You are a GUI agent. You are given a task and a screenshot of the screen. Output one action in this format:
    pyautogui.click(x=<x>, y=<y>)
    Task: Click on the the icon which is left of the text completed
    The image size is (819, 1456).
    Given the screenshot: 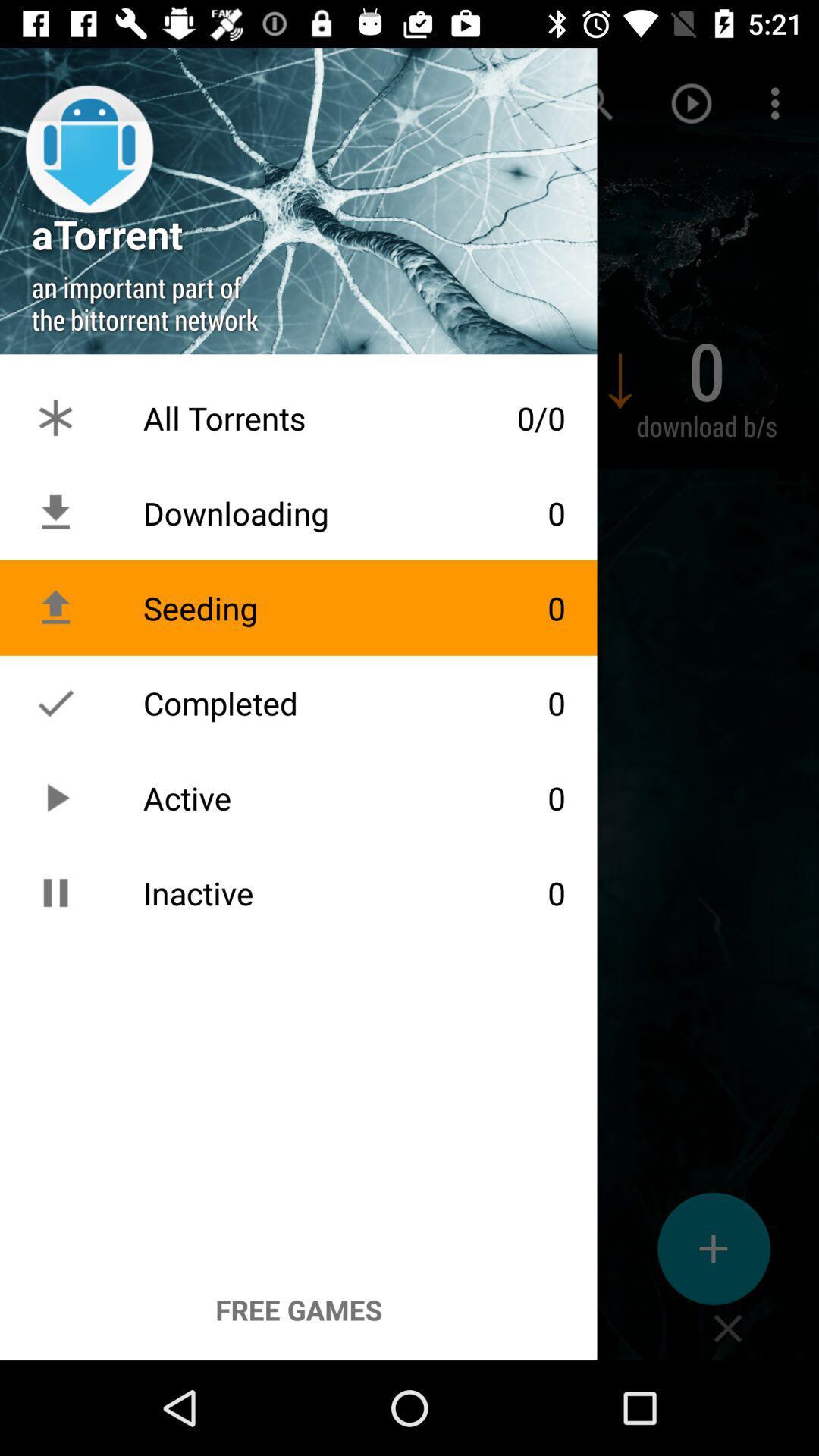 What is the action you would take?
    pyautogui.click(x=55, y=701)
    